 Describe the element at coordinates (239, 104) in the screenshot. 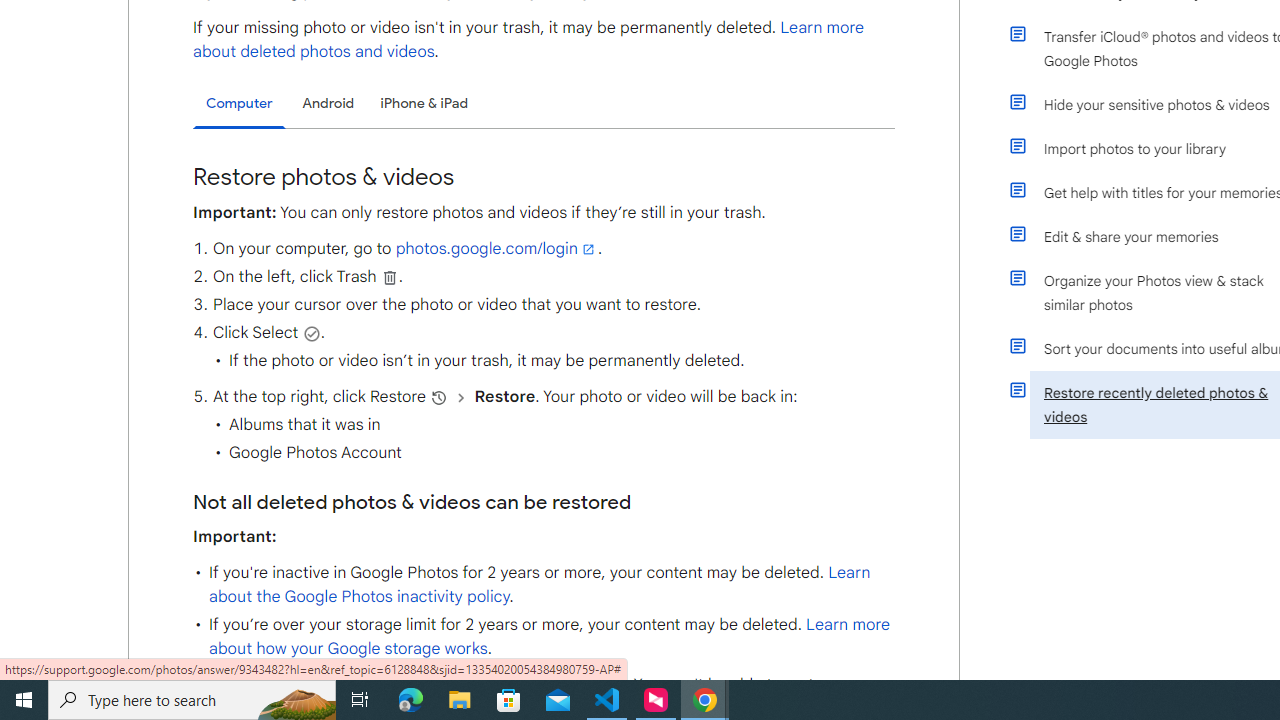

I see `'Computer'` at that location.